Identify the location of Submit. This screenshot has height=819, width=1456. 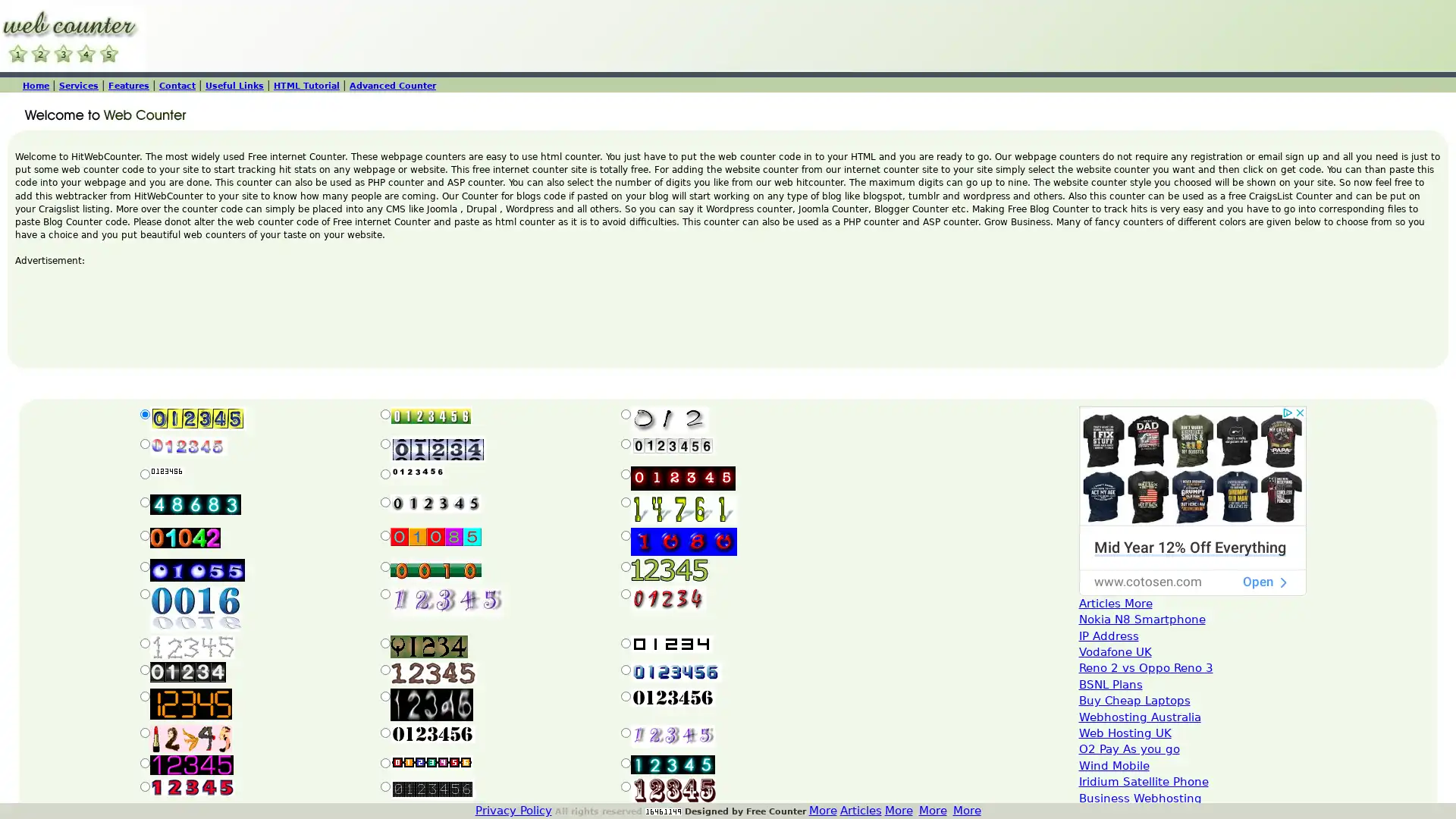
(682, 508).